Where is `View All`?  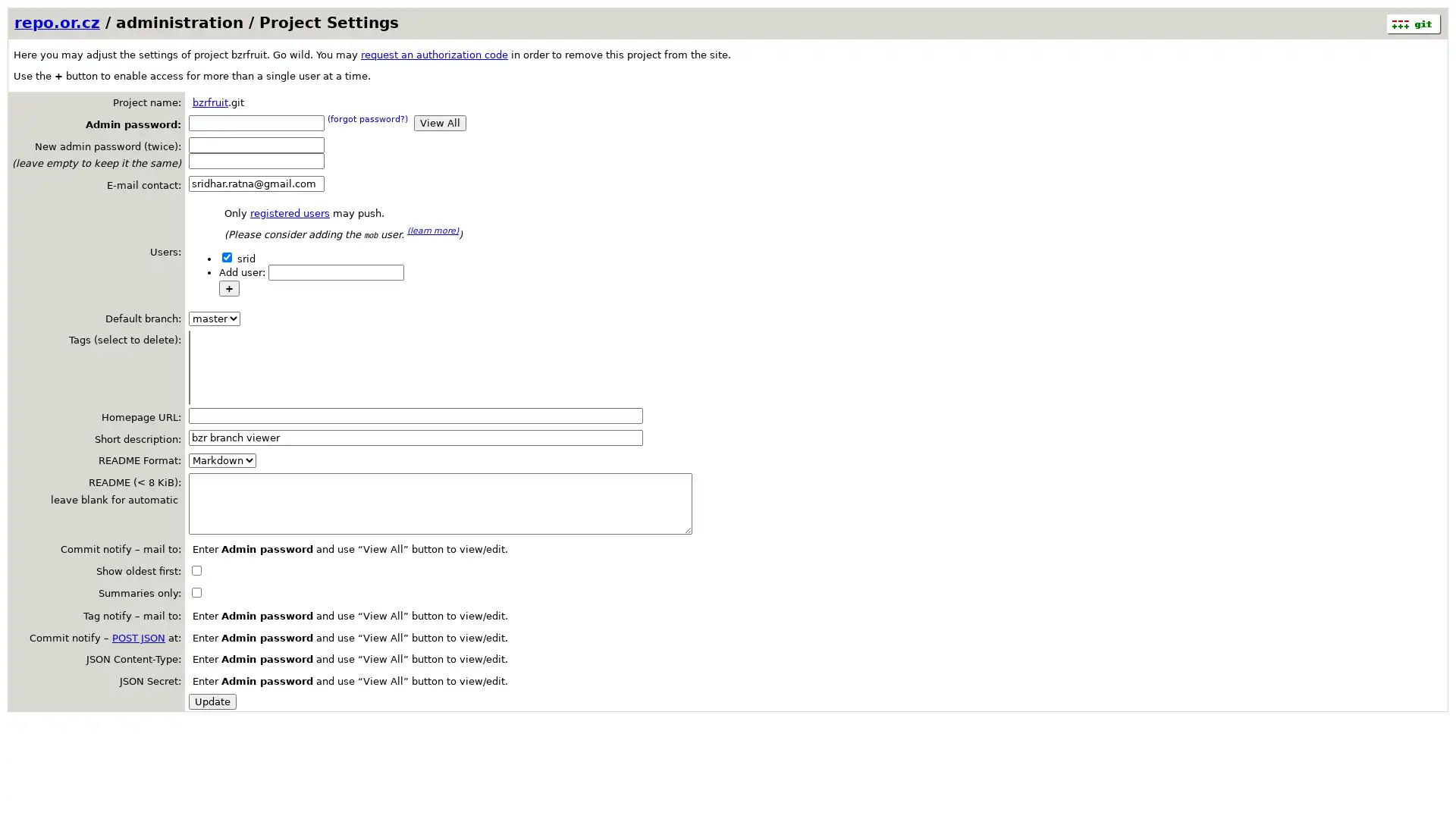 View All is located at coordinates (439, 121).